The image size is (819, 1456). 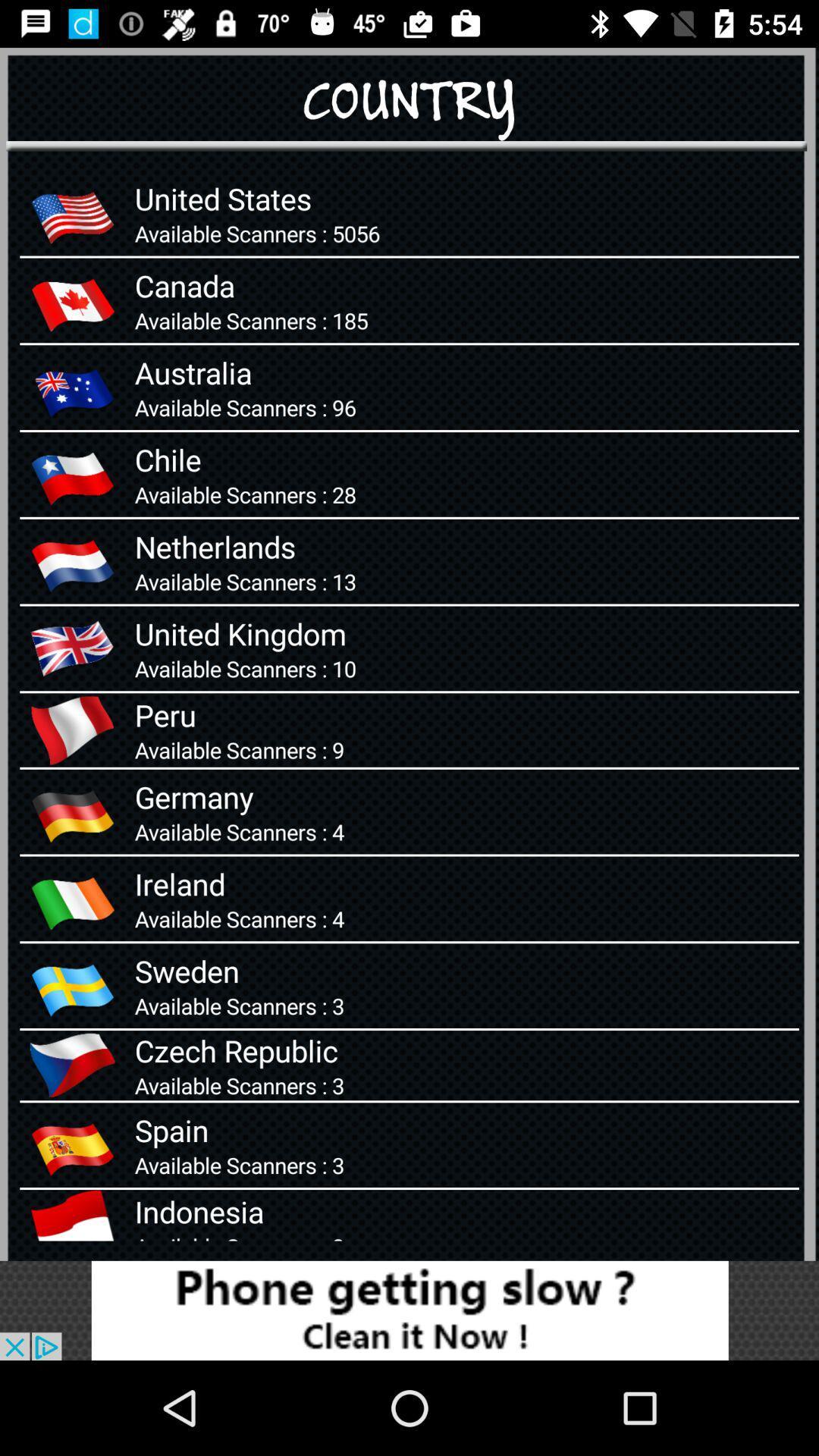 What do you see at coordinates (409, 1310) in the screenshot?
I see `adverts` at bounding box center [409, 1310].